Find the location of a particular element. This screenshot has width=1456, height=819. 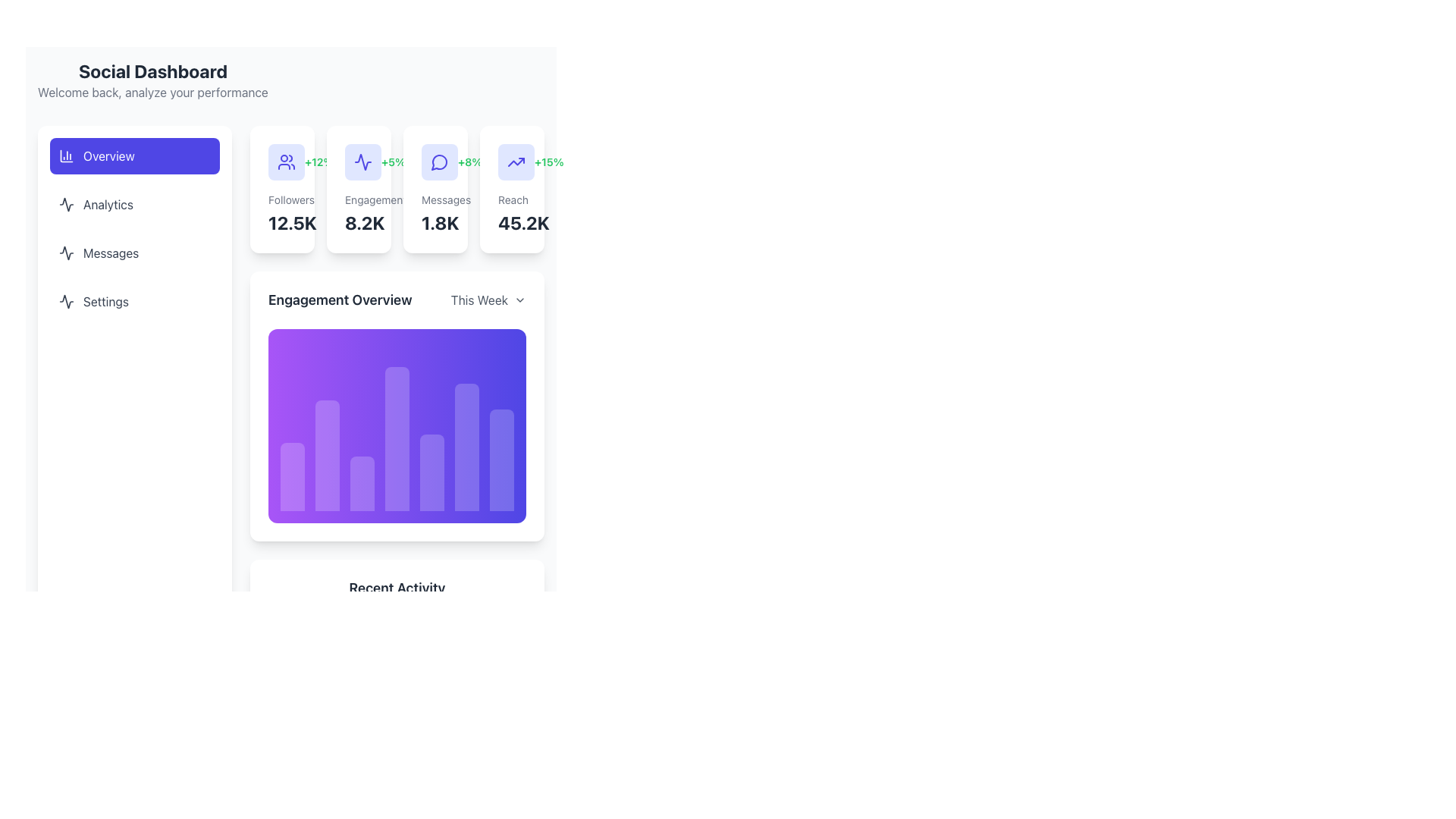

label that describes the reach metric, positioned above the numerical value '45.2K' within the card UI block is located at coordinates (512, 199).